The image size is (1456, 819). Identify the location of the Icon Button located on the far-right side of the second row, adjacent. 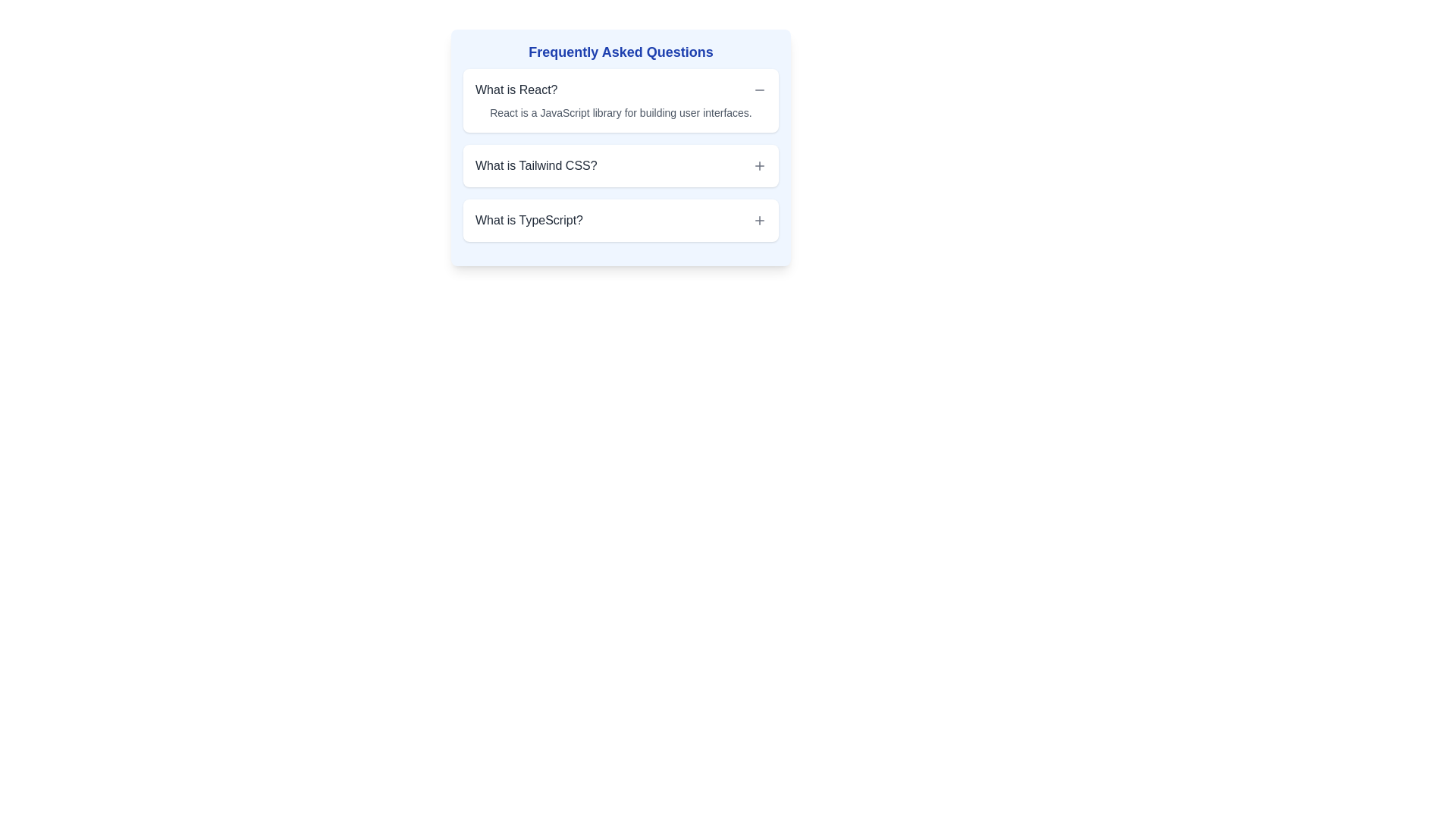
(760, 166).